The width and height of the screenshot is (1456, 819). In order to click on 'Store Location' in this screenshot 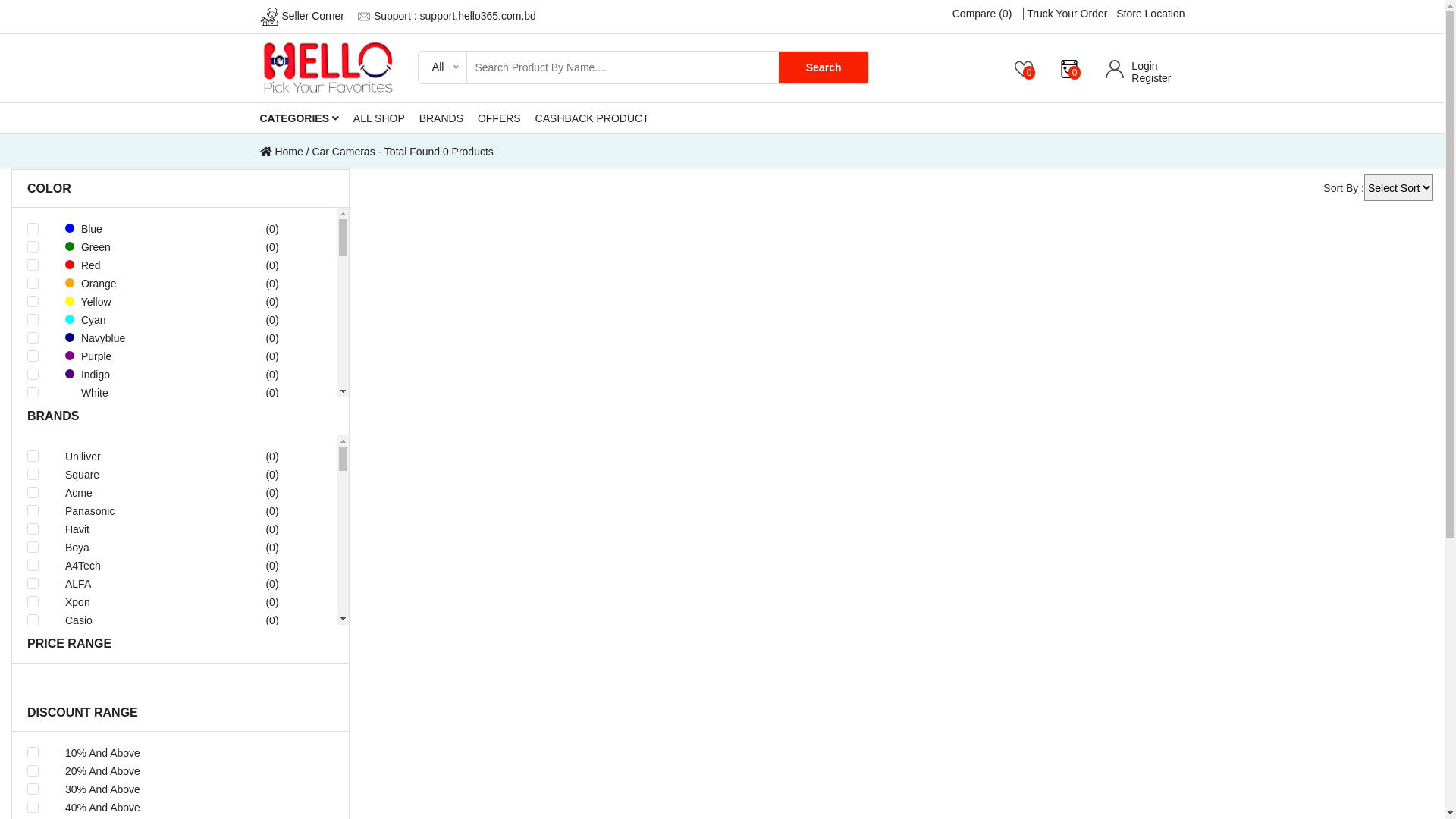, I will do `click(1150, 14)`.